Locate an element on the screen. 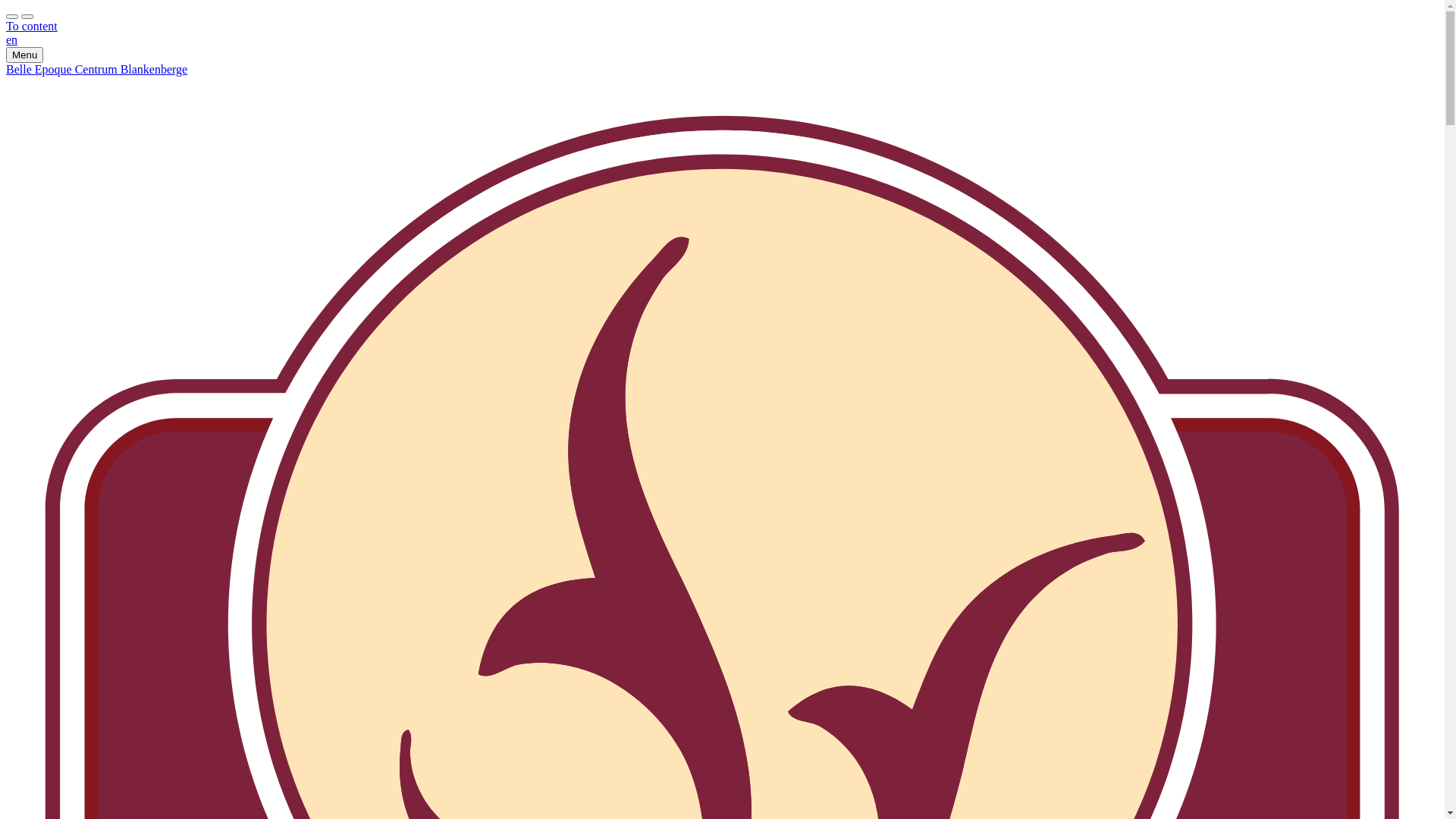  'To content' is located at coordinates (32, 26).